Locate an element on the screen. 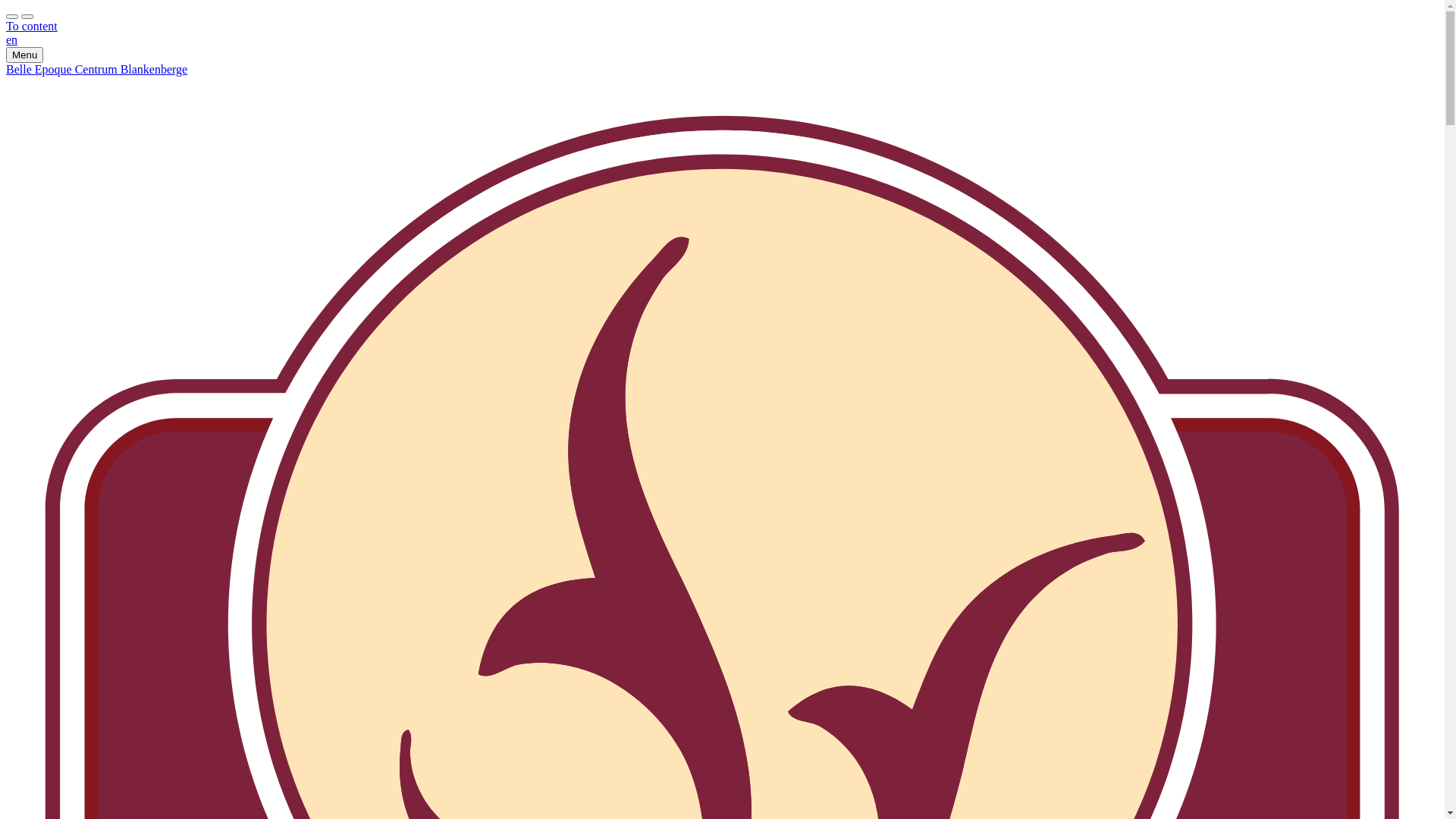  'To content' is located at coordinates (32, 26).